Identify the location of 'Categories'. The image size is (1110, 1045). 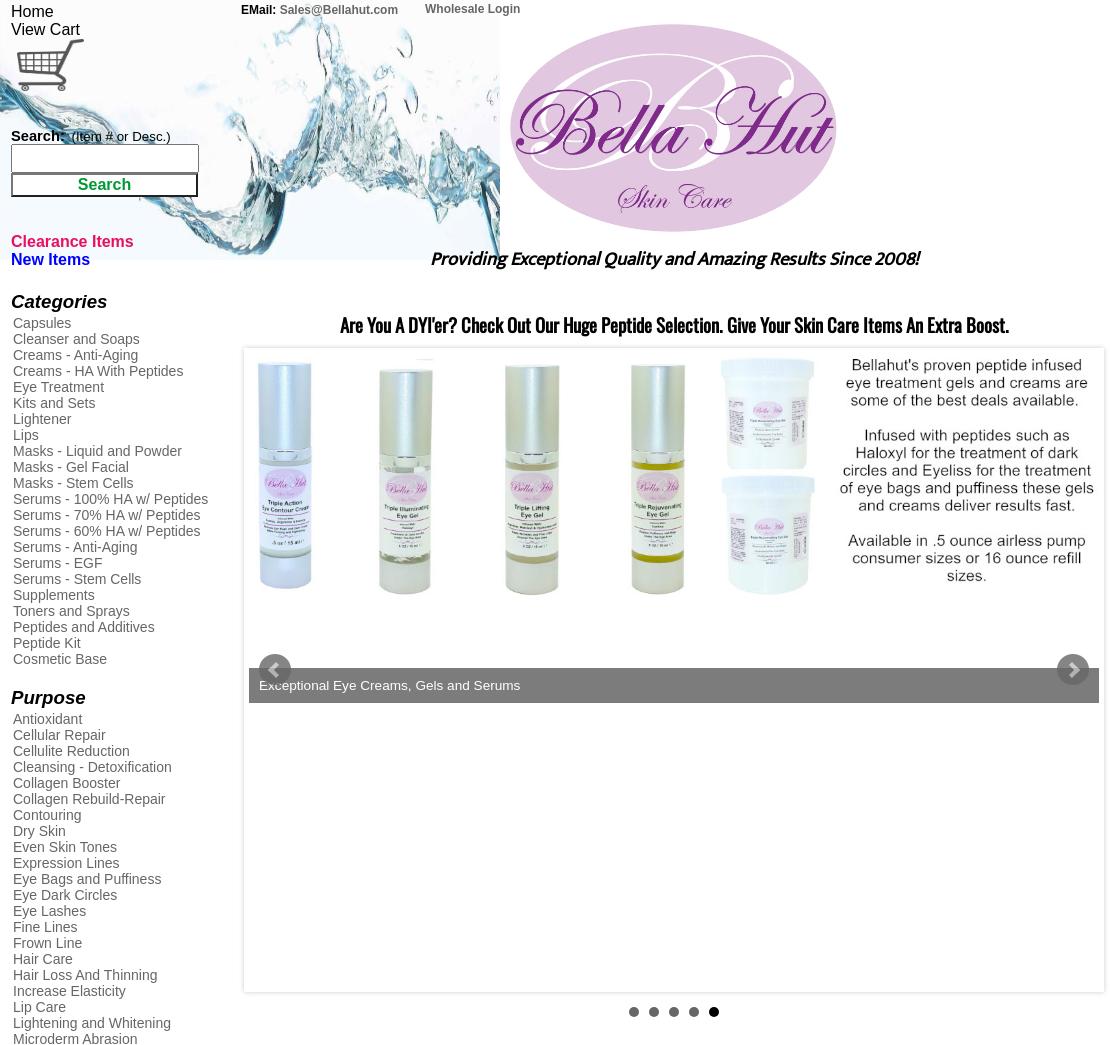
(58, 301).